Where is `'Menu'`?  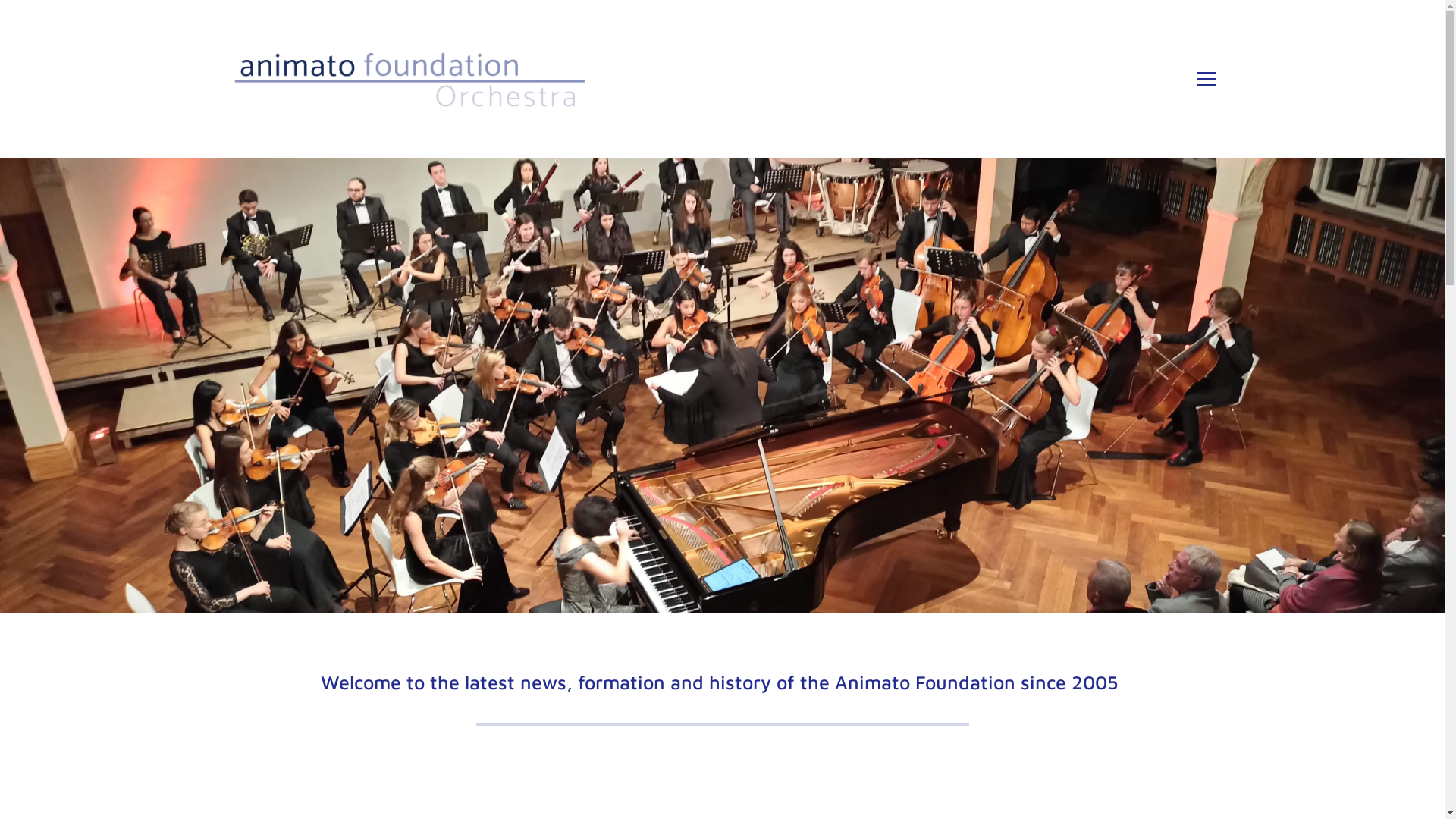
'Menu' is located at coordinates (1196, 79).